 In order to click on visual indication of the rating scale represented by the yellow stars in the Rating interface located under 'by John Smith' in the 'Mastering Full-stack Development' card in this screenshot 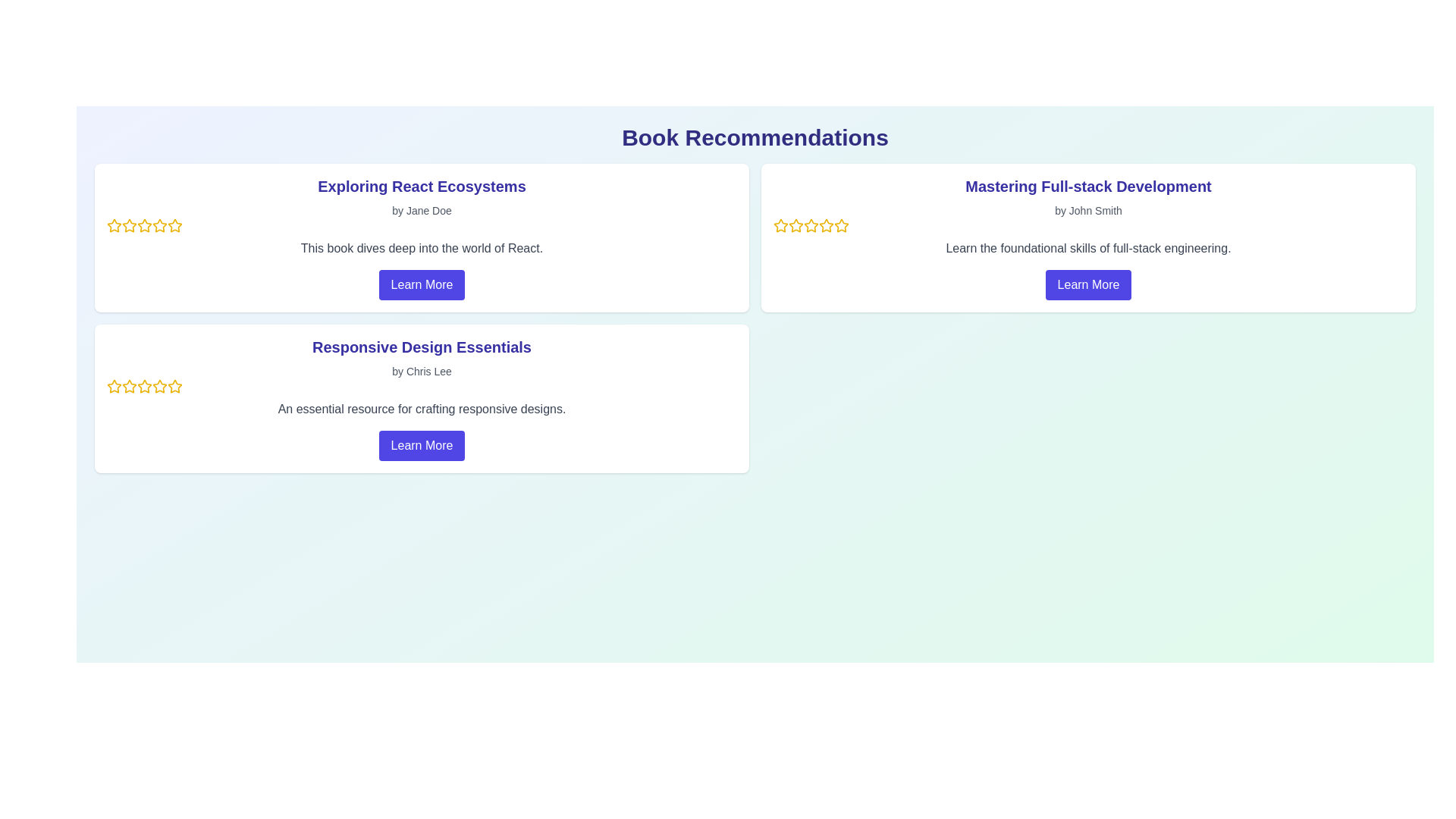, I will do `click(1087, 225)`.